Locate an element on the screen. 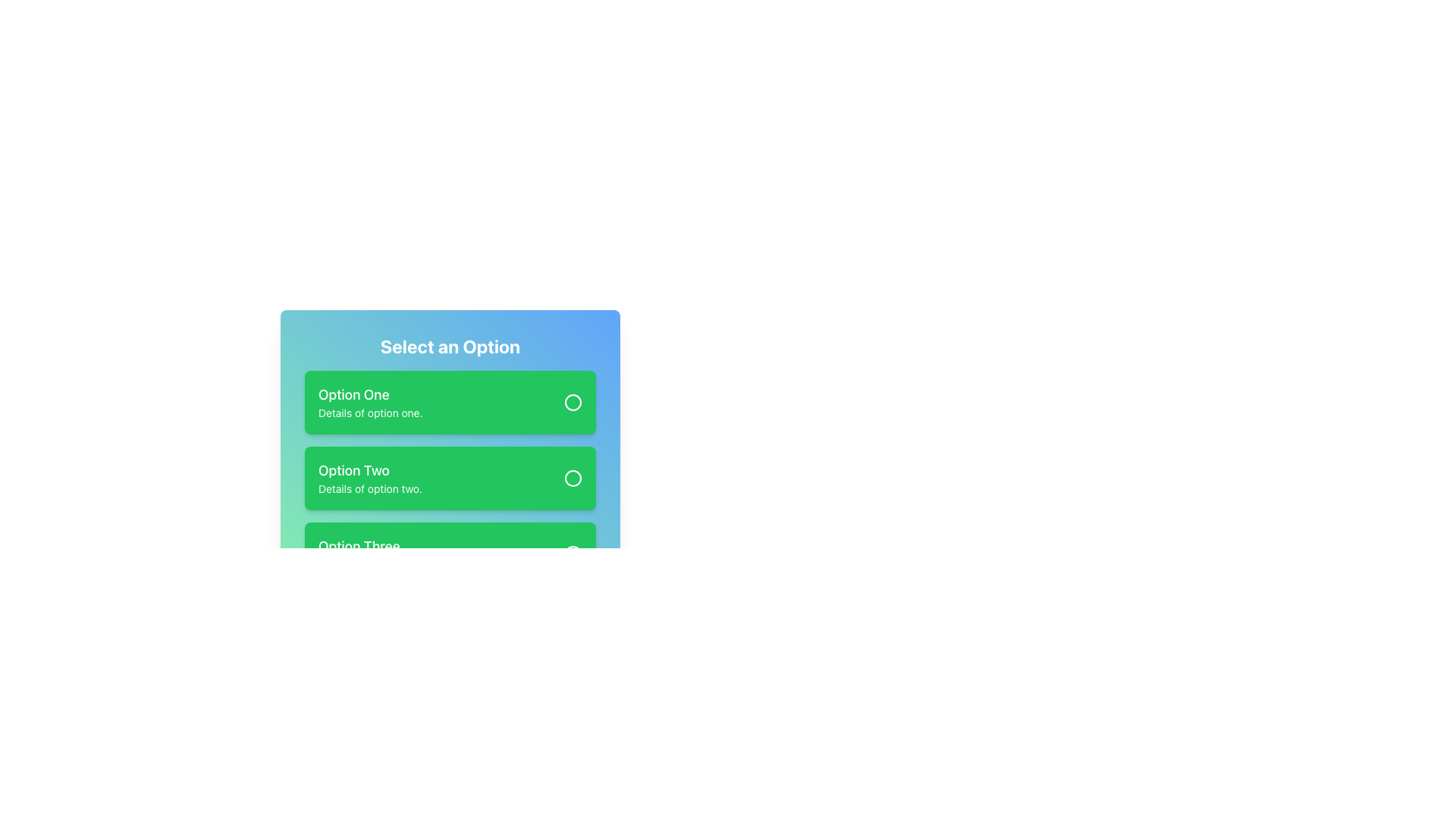 This screenshot has width=1456, height=819. the text label element containing the message 'Details of option two.' located beneath the heading 'Option Two' in the second green option card is located at coordinates (370, 488).